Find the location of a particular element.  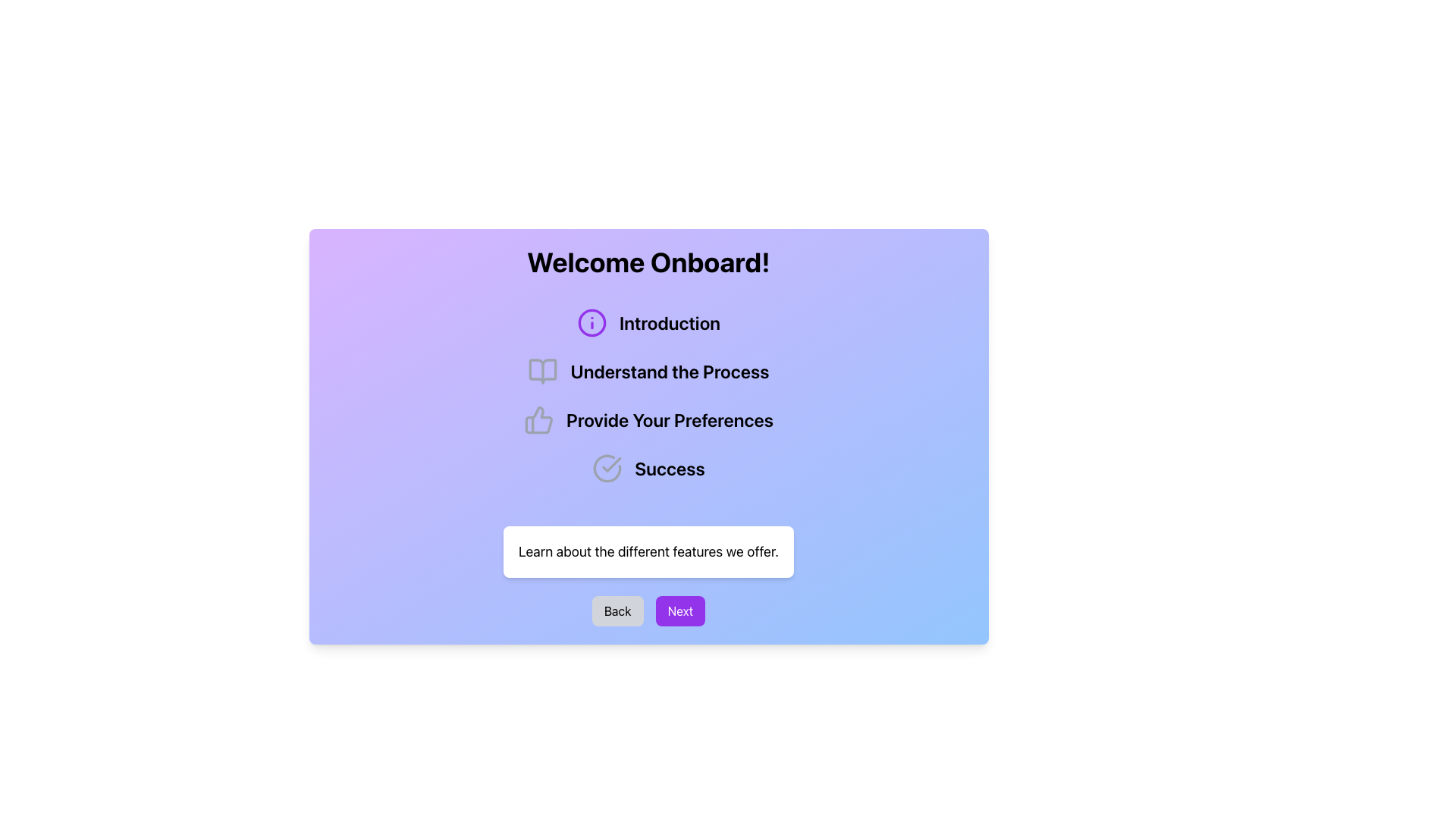

the 'Back' button, which is a rectangular button with rounded corners, light gray color, and contains the text 'Back' centered within it is located at coordinates (617, 610).